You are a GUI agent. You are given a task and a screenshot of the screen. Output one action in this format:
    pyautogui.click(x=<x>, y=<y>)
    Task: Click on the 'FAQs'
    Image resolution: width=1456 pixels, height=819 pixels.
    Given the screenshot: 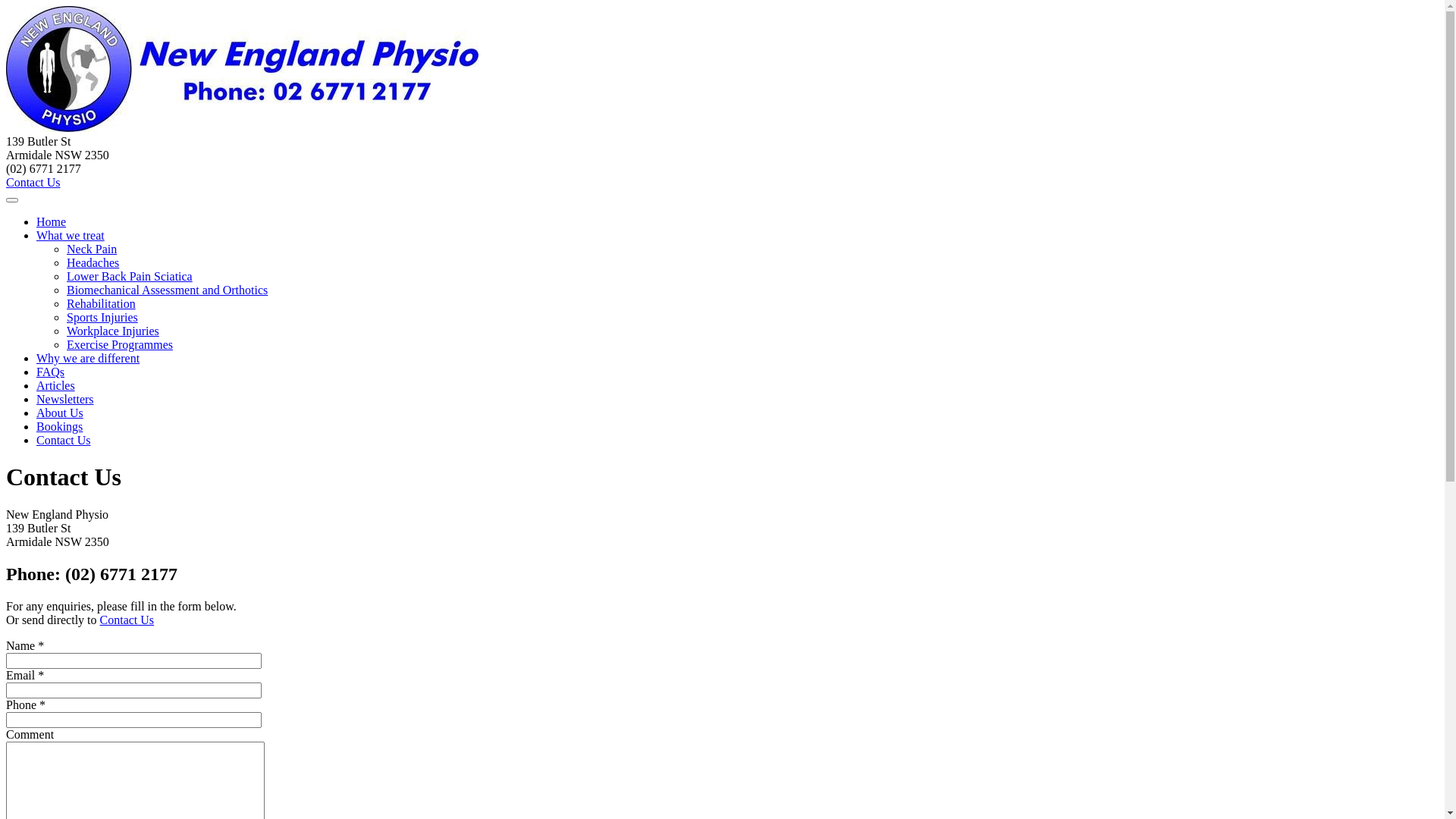 What is the action you would take?
    pyautogui.click(x=50, y=372)
    